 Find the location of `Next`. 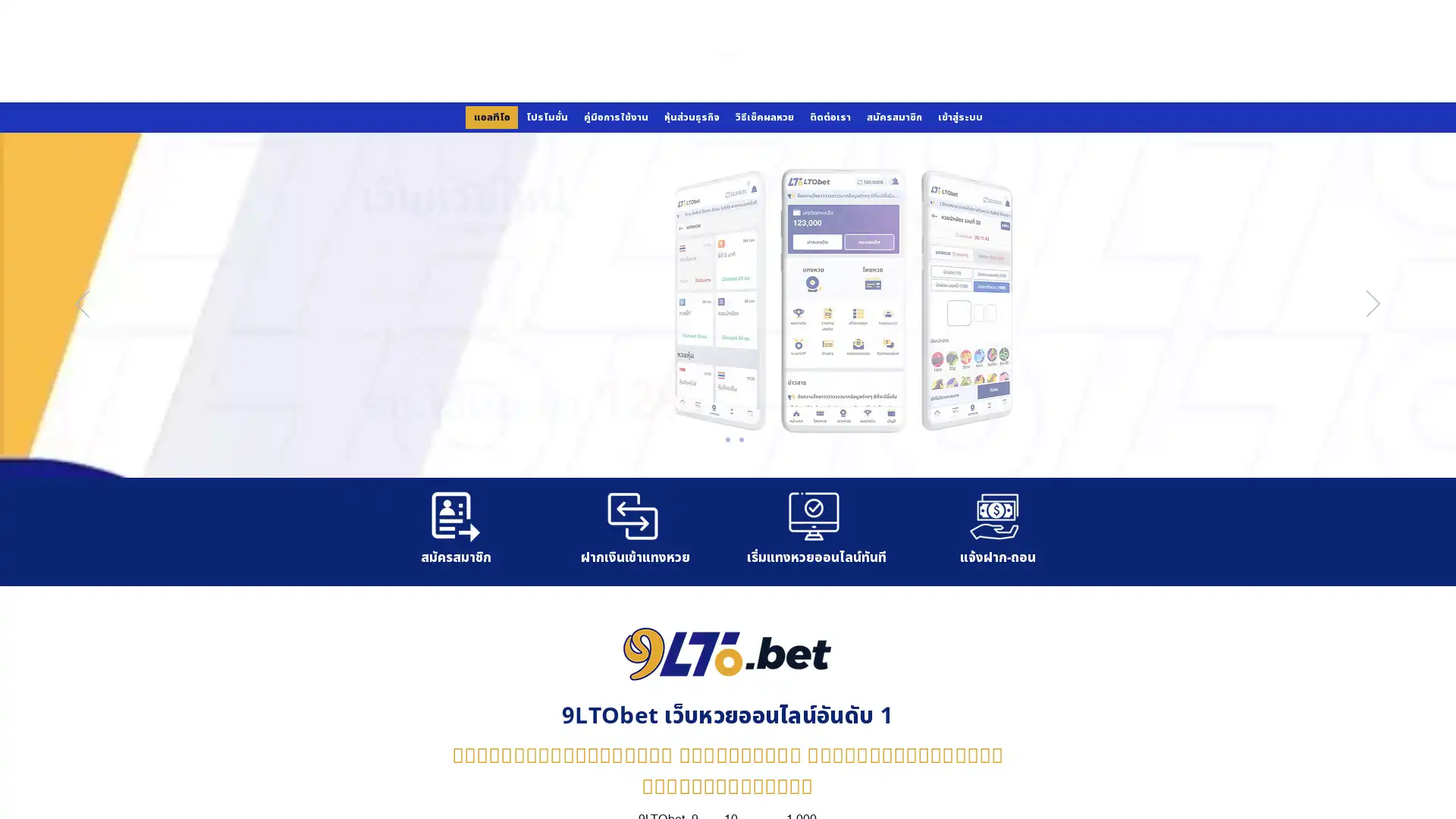

Next is located at coordinates (1373, 304).